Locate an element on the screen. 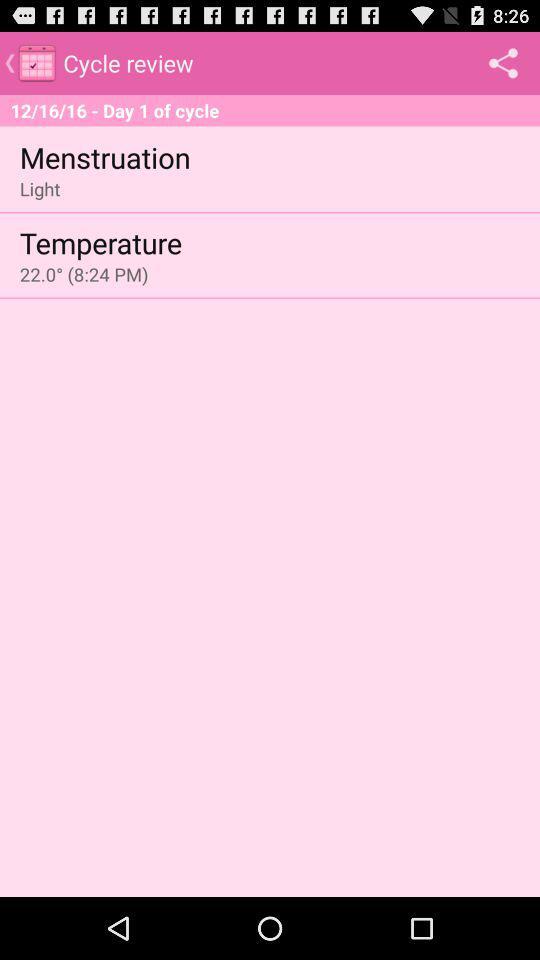 The image size is (540, 960). the temperature is located at coordinates (100, 241).